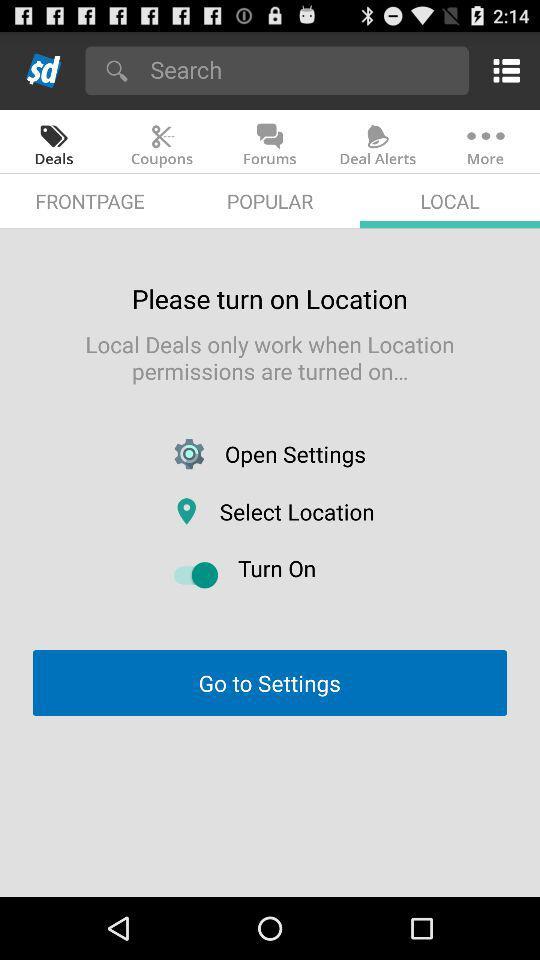  I want to click on menu, so click(502, 70).